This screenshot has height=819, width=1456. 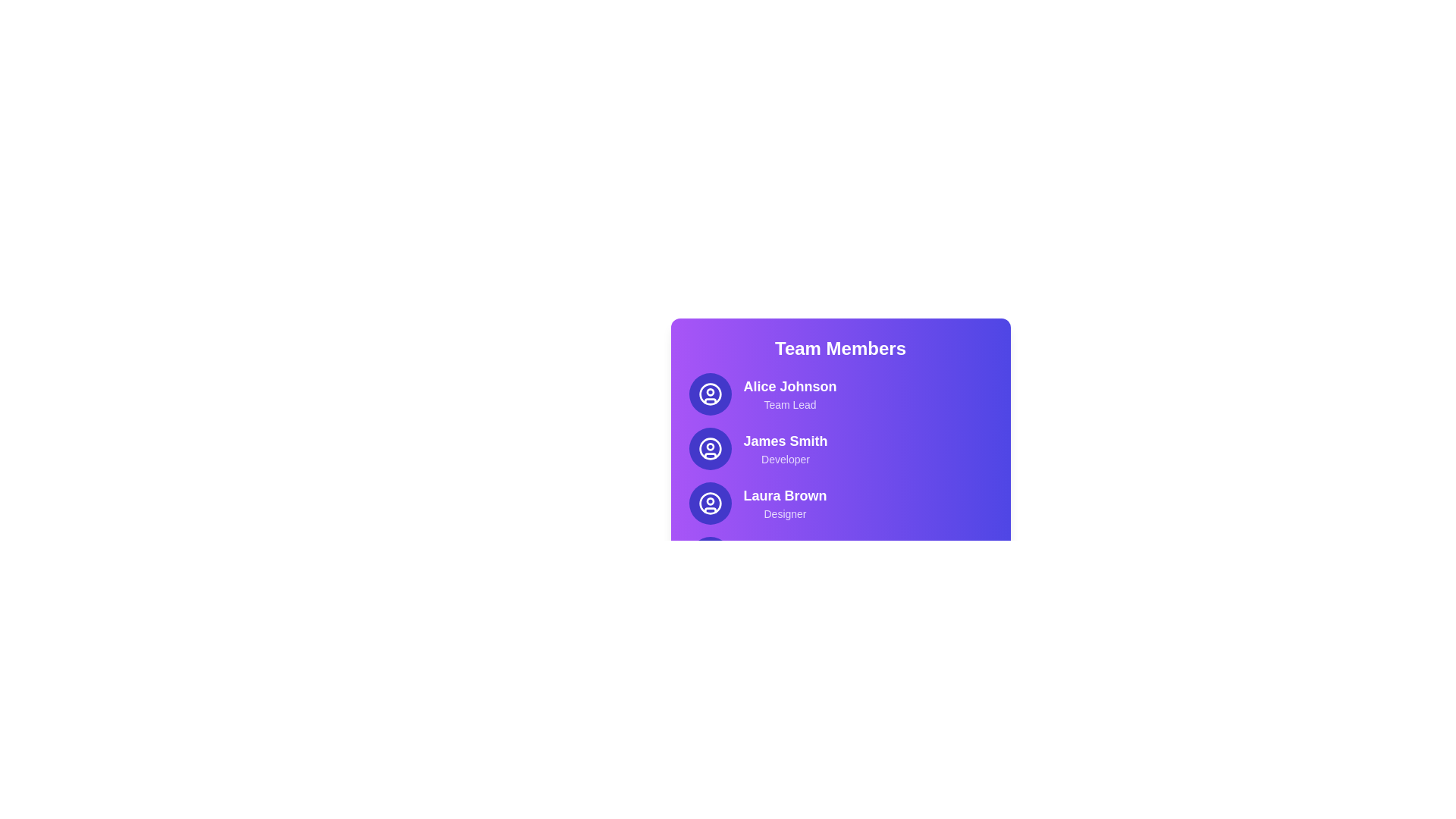 What do you see at coordinates (785, 496) in the screenshot?
I see `the static text element displaying 'Laura Brown', which is the top text in the third entry of a team member list, styled with a bold font and white color, located under 'Alice Johnson' and 'James Smith'` at bounding box center [785, 496].